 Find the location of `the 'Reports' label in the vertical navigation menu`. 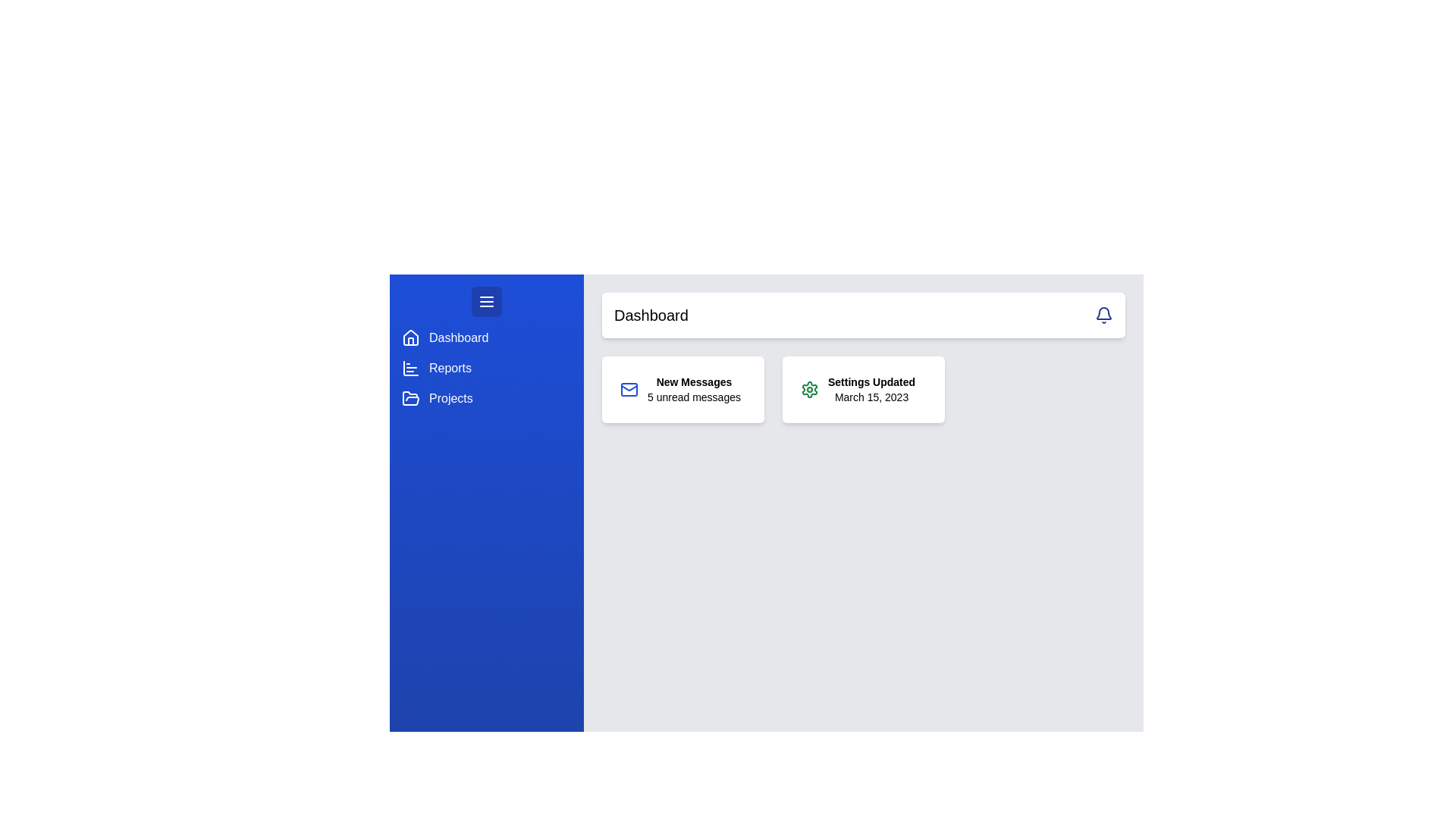

the 'Reports' label in the vertical navigation menu is located at coordinates (450, 369).